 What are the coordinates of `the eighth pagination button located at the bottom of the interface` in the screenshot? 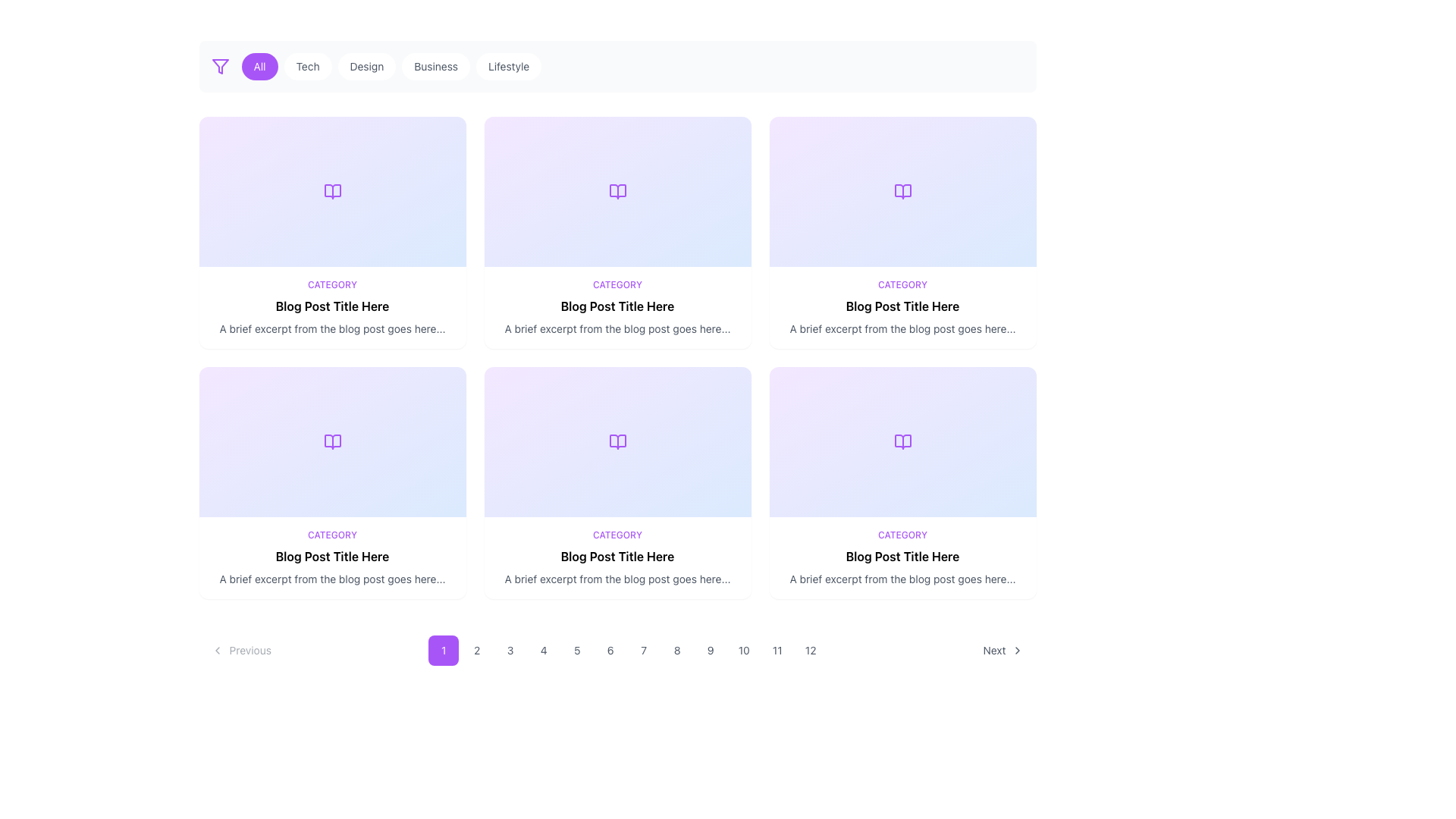 It's located at (676, 649).